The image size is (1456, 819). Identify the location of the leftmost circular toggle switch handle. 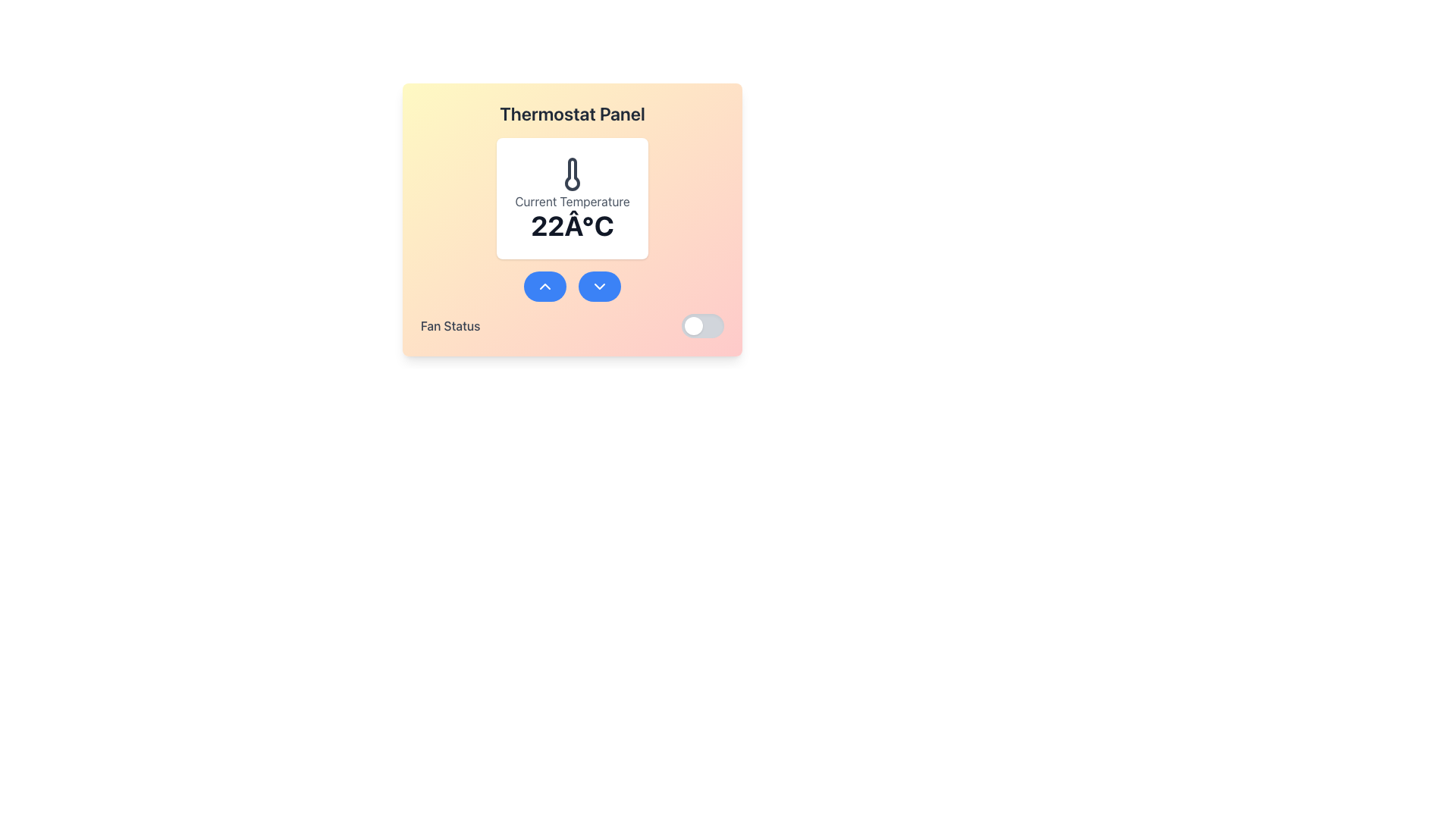
(693, 325).